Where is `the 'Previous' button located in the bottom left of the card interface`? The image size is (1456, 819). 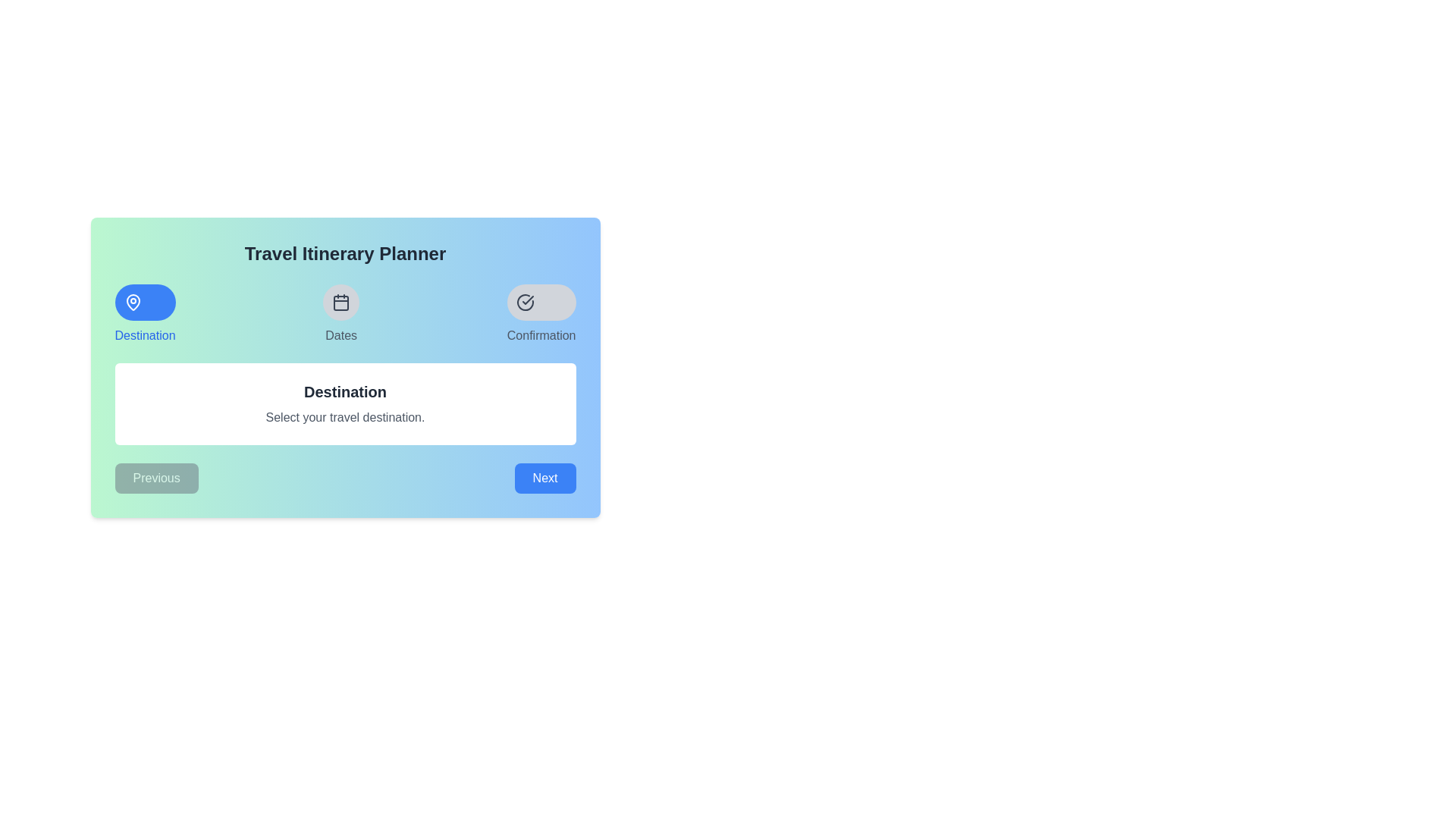 the 'Previous' button located in the bottom left of the card interface is located at coordinates (156, 479).